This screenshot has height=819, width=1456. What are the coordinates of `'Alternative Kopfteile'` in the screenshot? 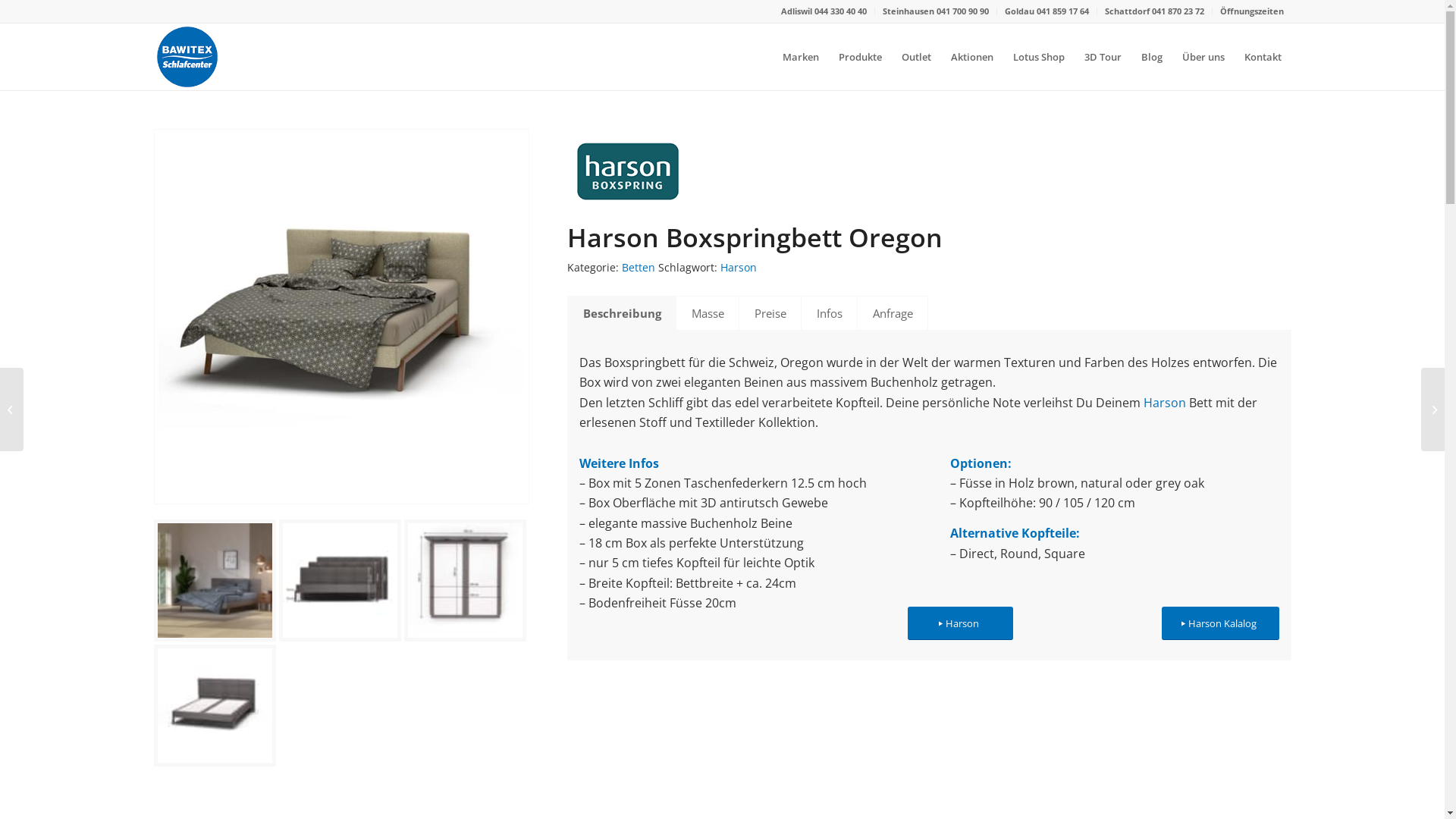 It's located at (1012, 532).